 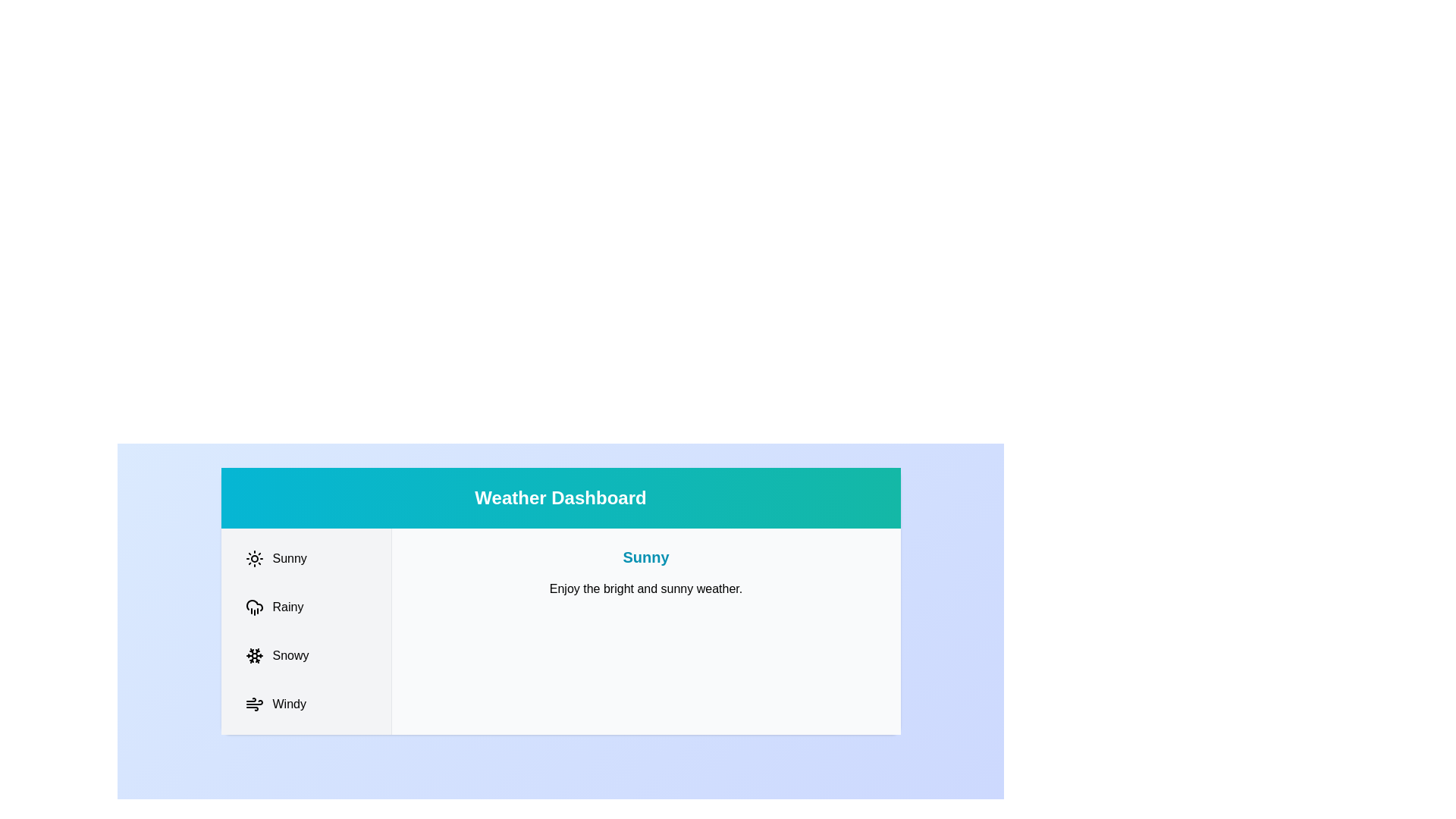 What do you see at coordinates (305, 607) in the screenshot?
I see `the Rainy tab to switch to it` at bounding box center [305, 607].